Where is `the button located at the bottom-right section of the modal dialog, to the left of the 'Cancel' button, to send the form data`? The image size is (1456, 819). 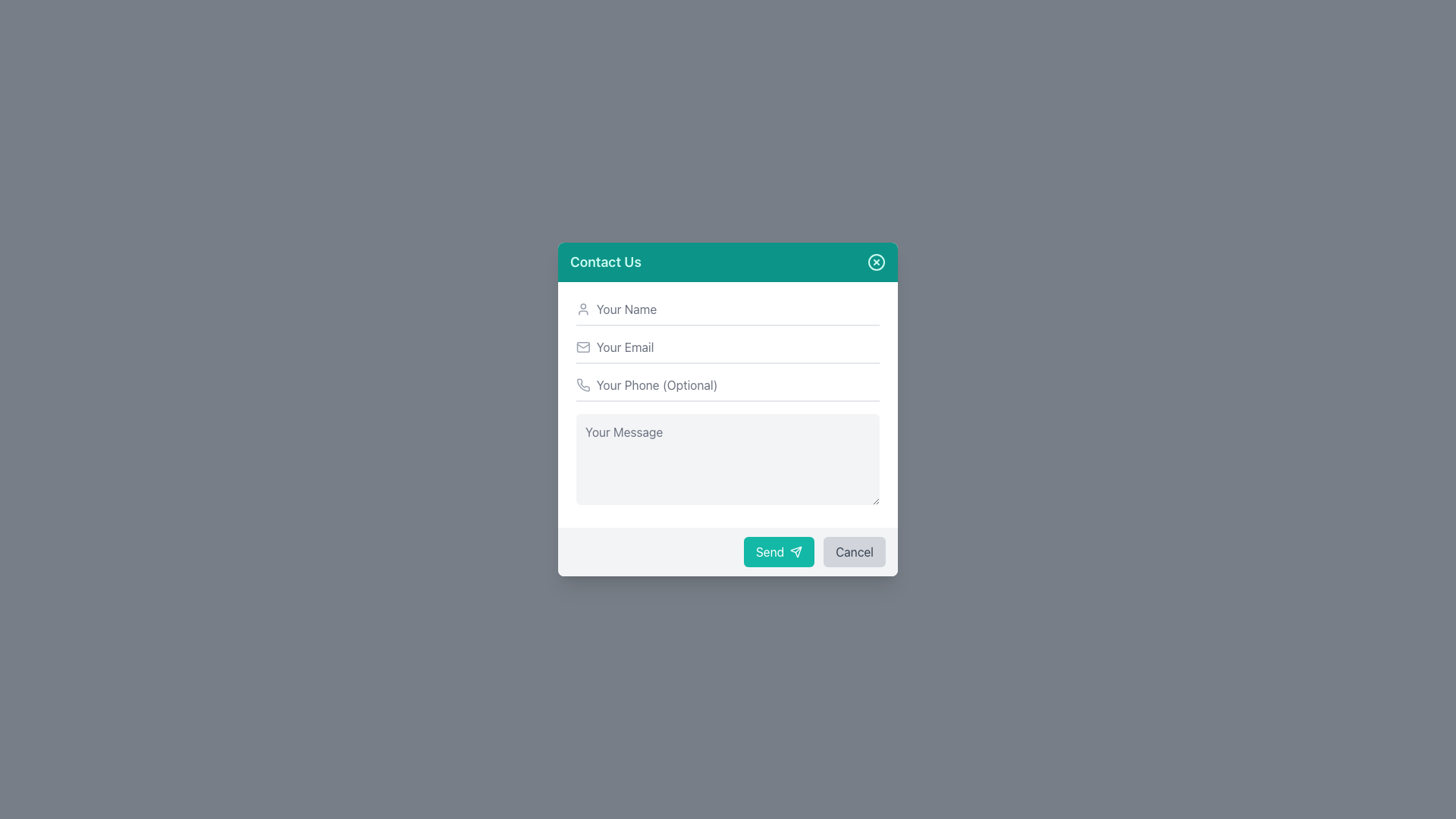
the button located at the bottom-right section of the modal dialog, to the left of the 'Cancel' button, to send the form data is located at coordinates (779, 552).